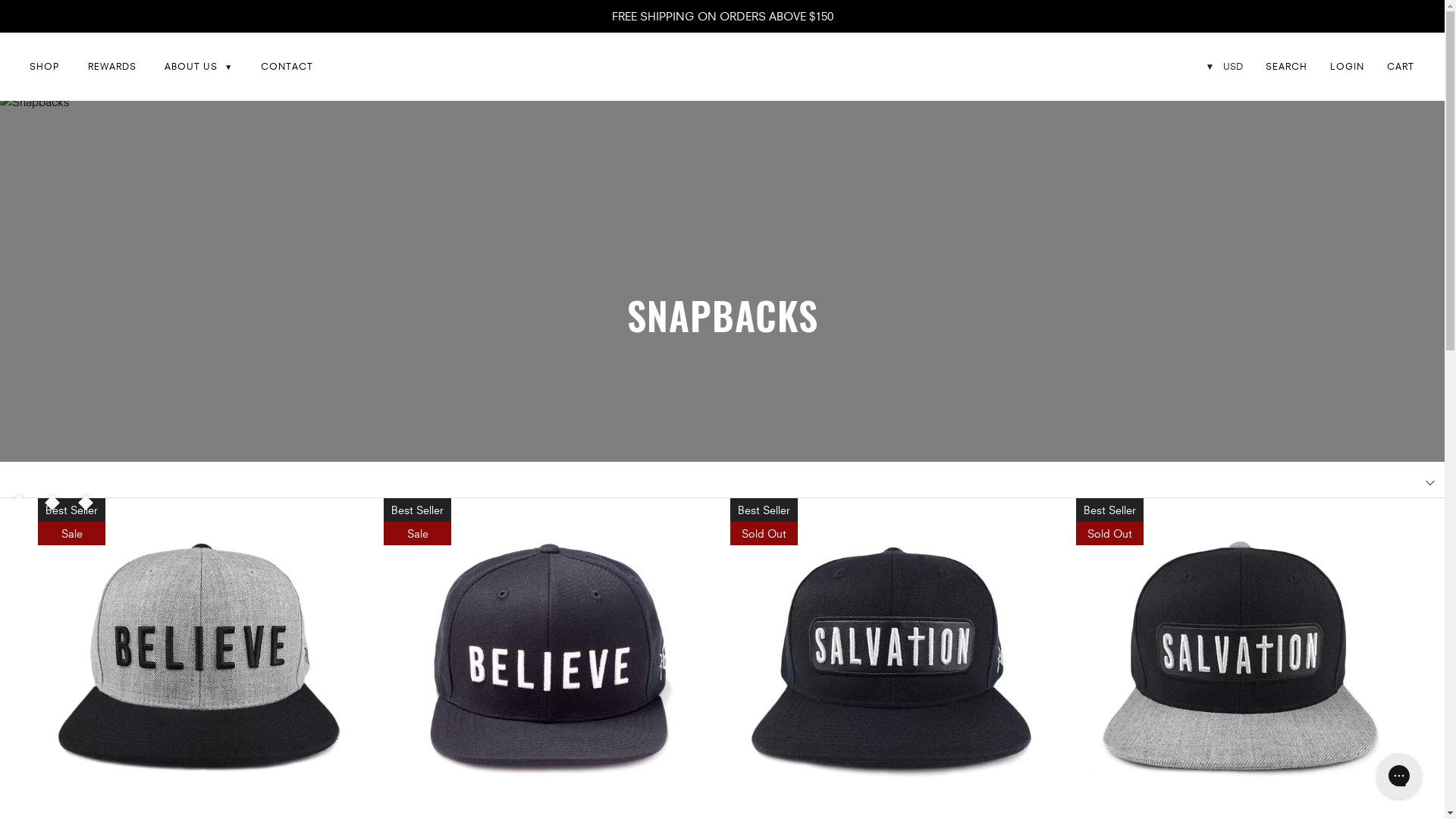  Describe the element at coordinates (111, 66) in the screenshot. I see `'REWARDS'` at that location.